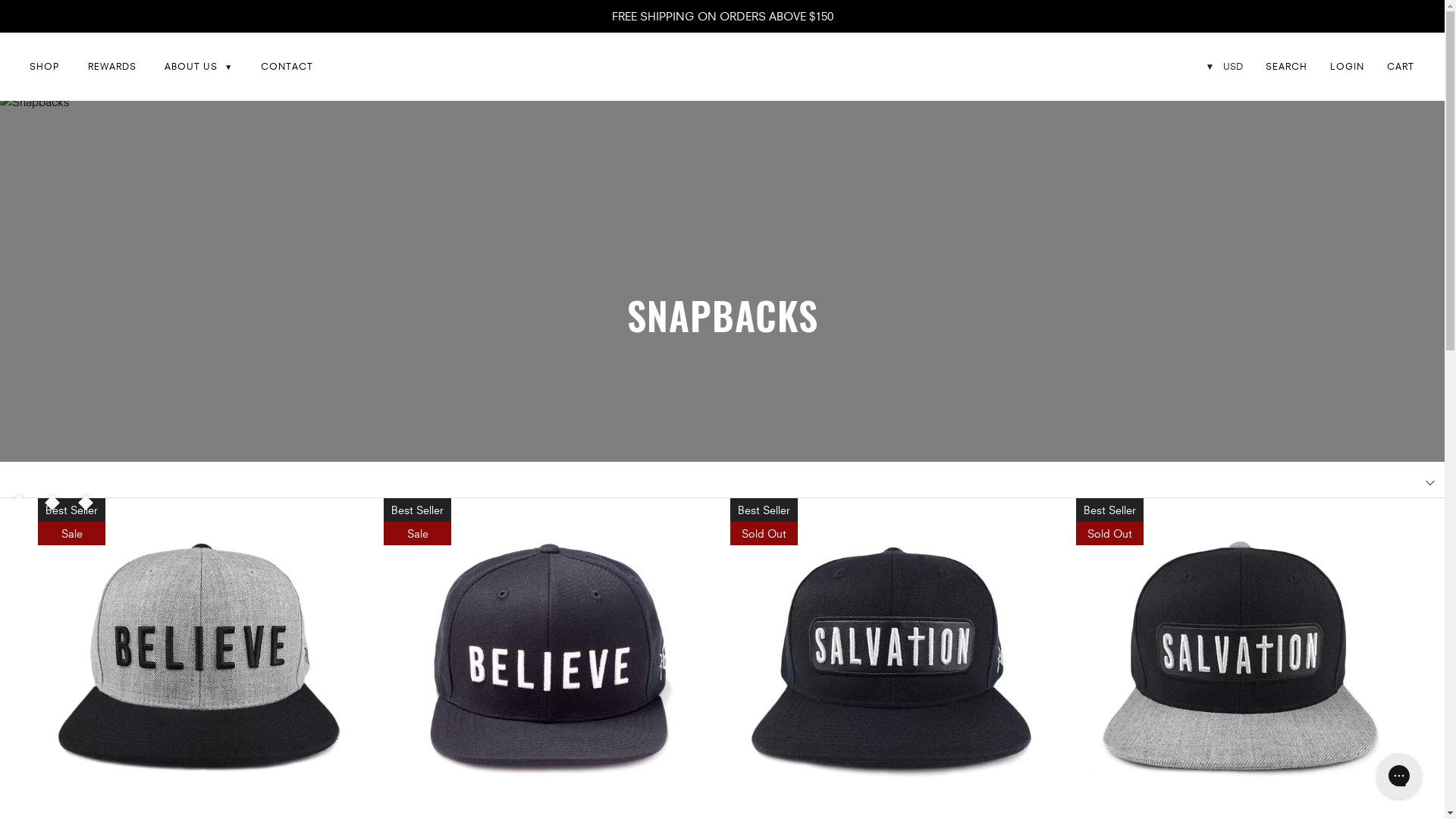  Describe the element at coordinates (111, 66) in the screenshot. I see `'REWARDS'` at that location.